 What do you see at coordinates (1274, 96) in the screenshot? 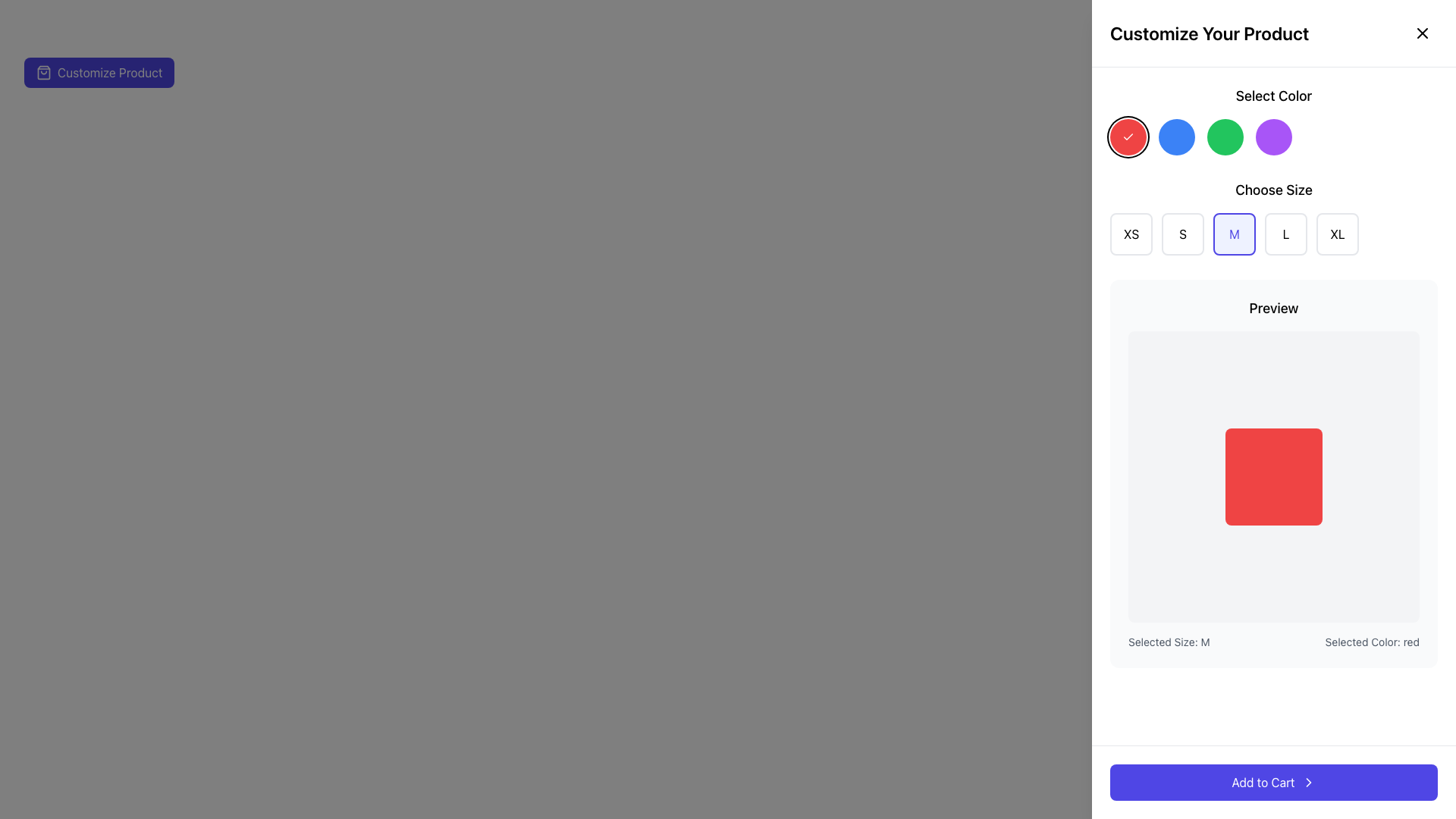
I see `'Select Color' text label at the top center of the panel to understand the purpose of the section` at bounding box center [1274, 96].